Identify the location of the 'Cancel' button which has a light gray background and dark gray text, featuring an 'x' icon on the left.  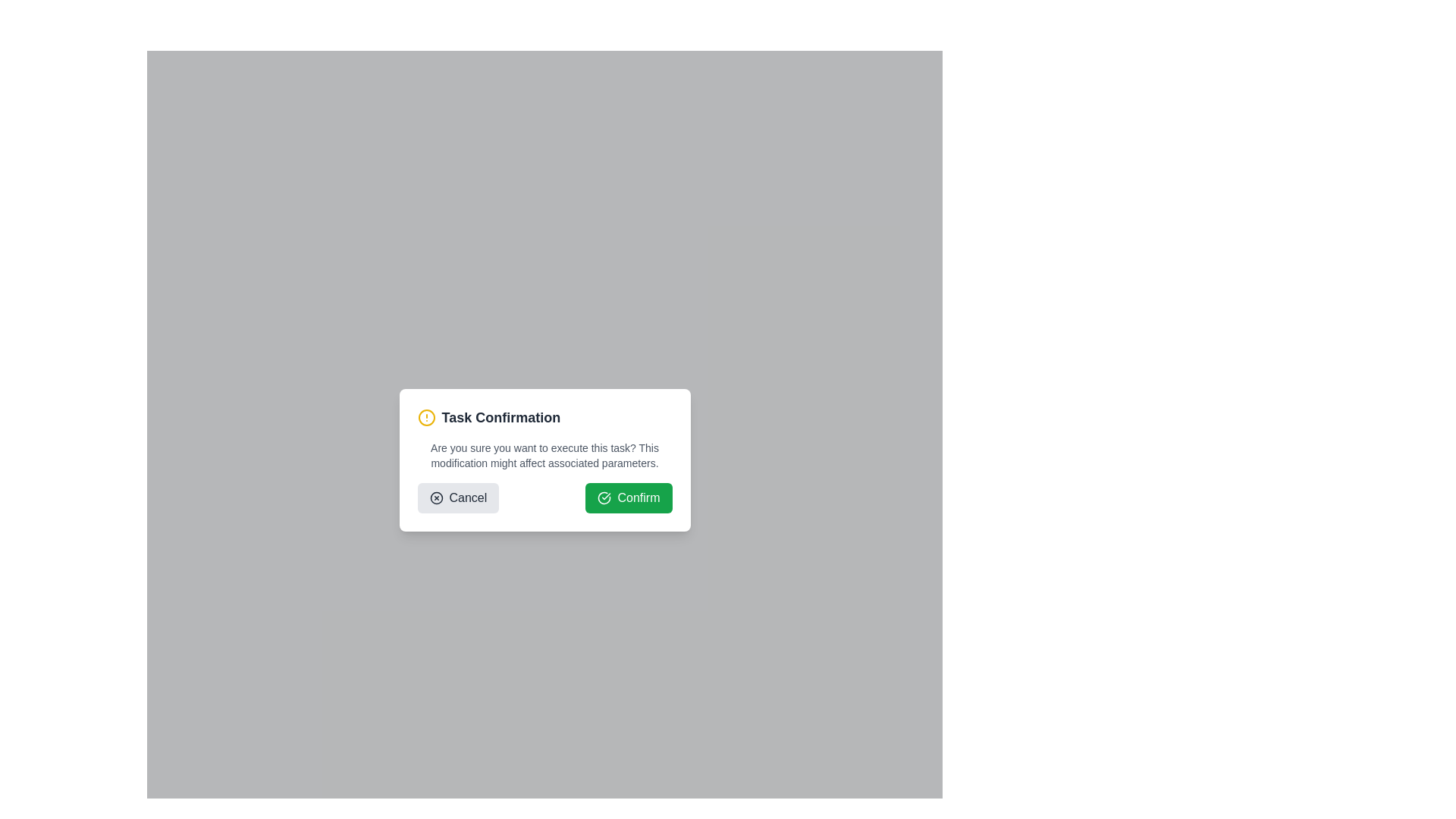
(457, 497).